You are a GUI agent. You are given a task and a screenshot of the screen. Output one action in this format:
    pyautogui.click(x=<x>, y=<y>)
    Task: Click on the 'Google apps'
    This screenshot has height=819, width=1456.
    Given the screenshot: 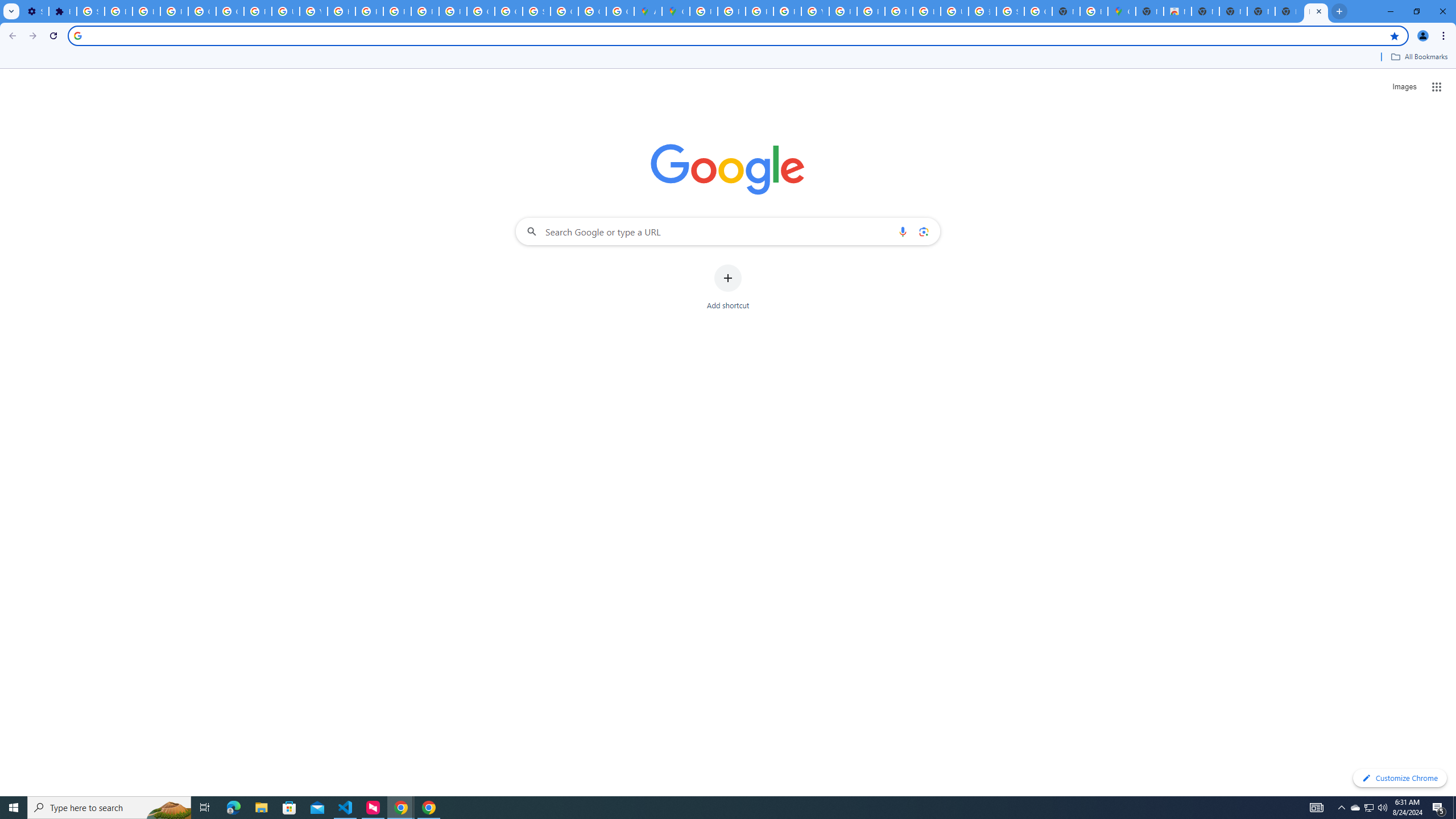 What is the action you would take?
    pyautogui.click(x=1437, y=86)
    